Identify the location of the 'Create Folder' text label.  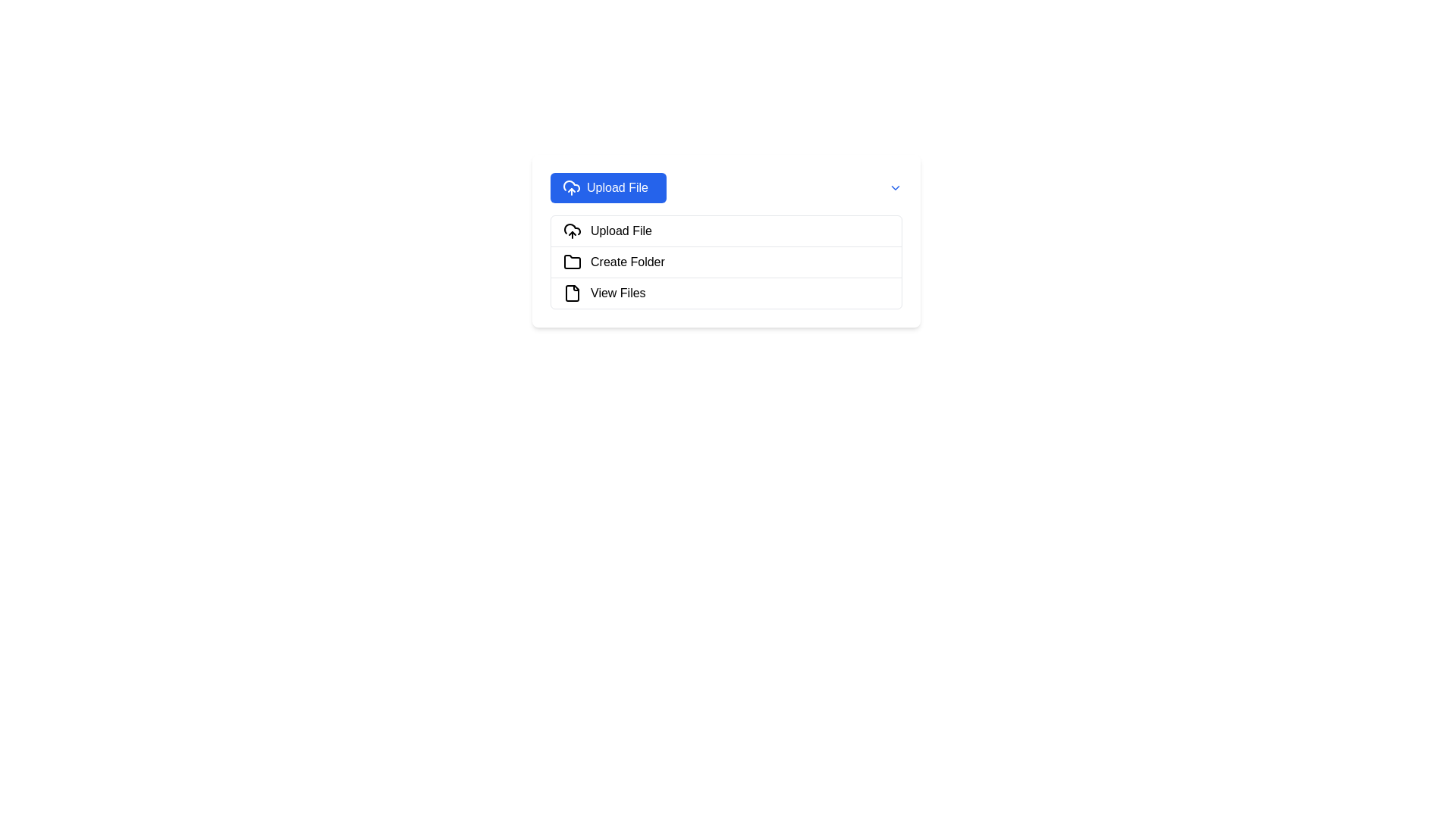
(627, 262).